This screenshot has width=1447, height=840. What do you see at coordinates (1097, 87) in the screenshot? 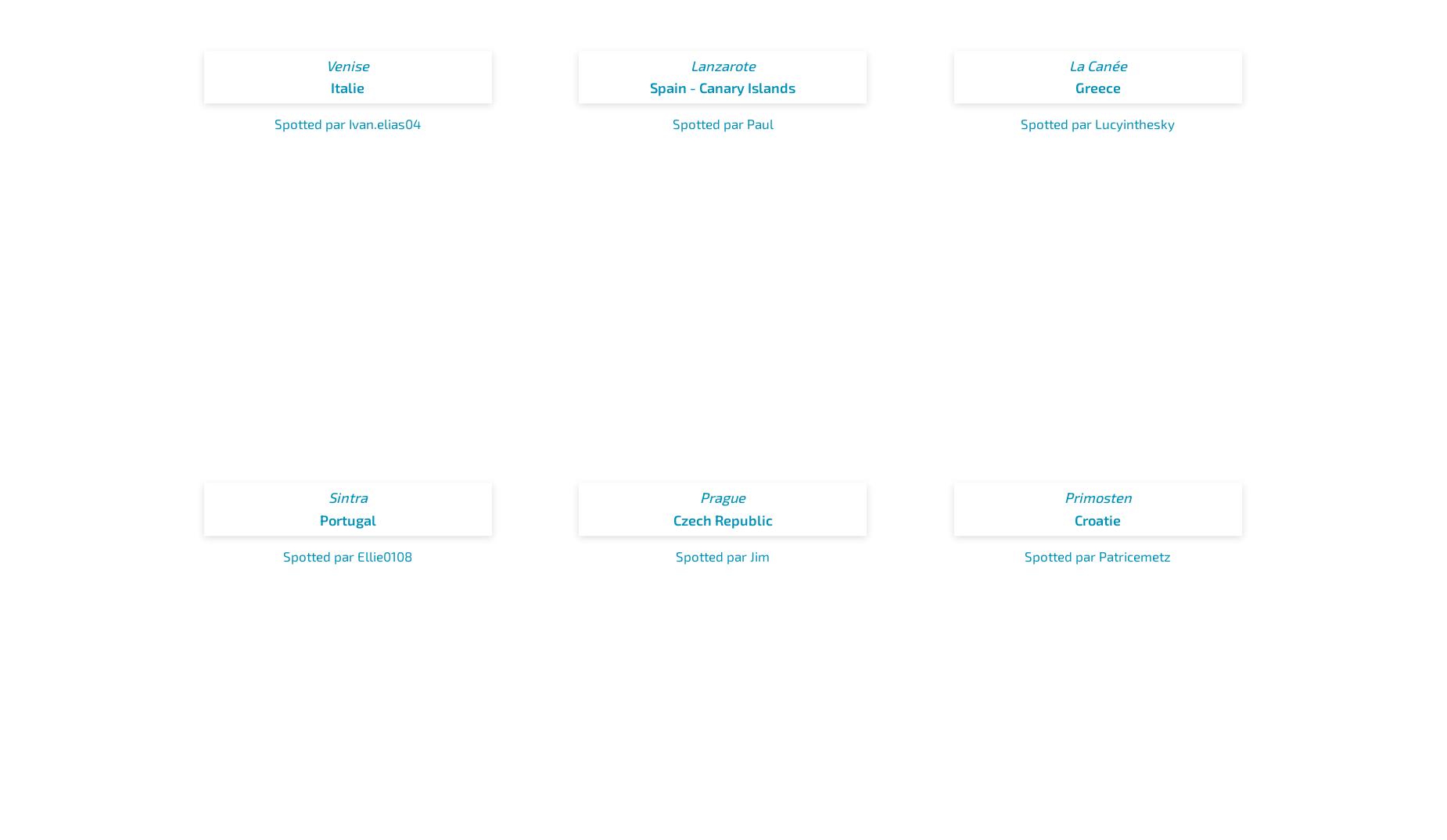
I see `'Greece'` at bounding box center [1097, 87].